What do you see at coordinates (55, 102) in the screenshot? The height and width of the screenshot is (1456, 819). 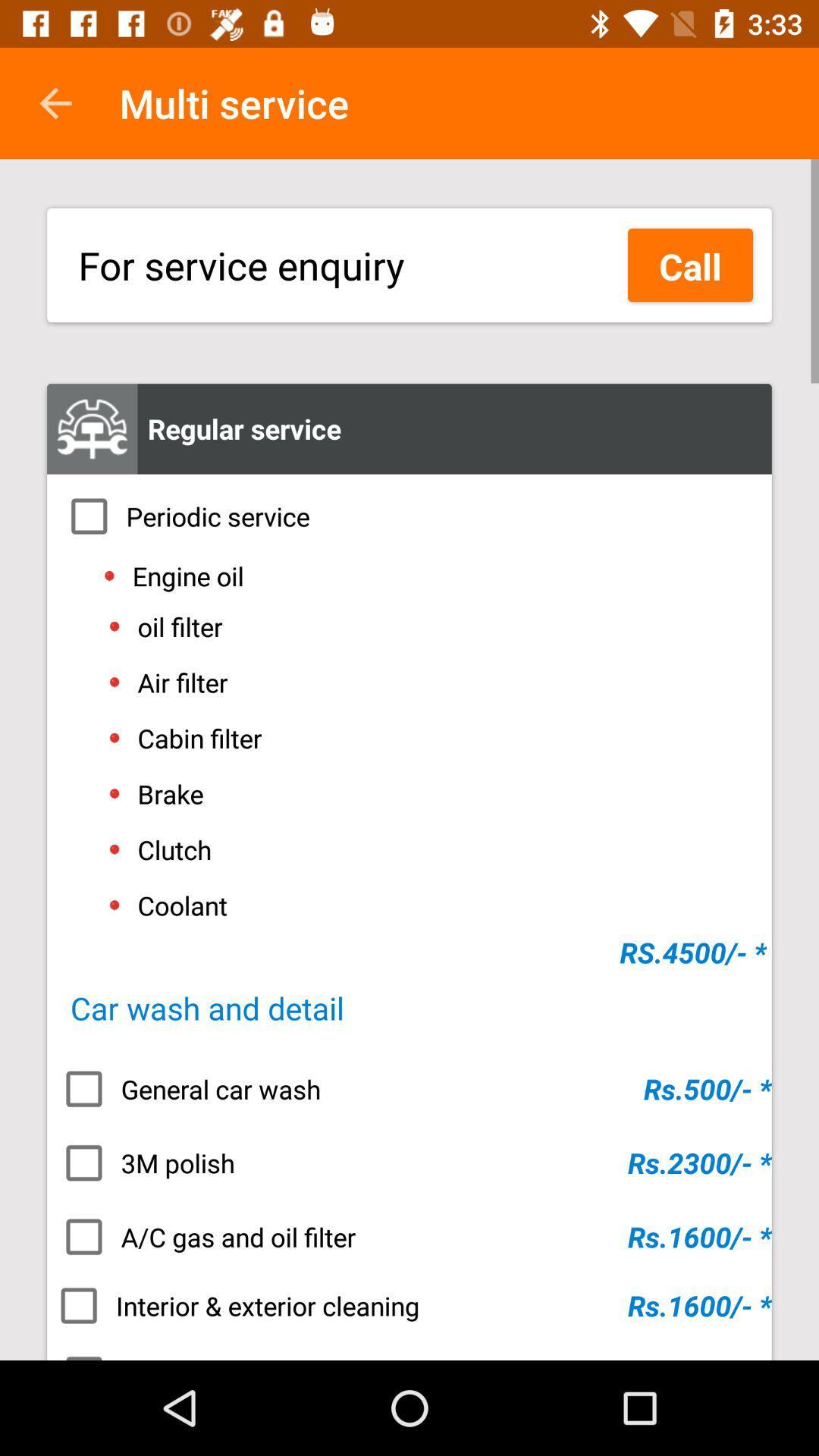 I see `item above the for service enquiry item` at bounding box center [55, 102].